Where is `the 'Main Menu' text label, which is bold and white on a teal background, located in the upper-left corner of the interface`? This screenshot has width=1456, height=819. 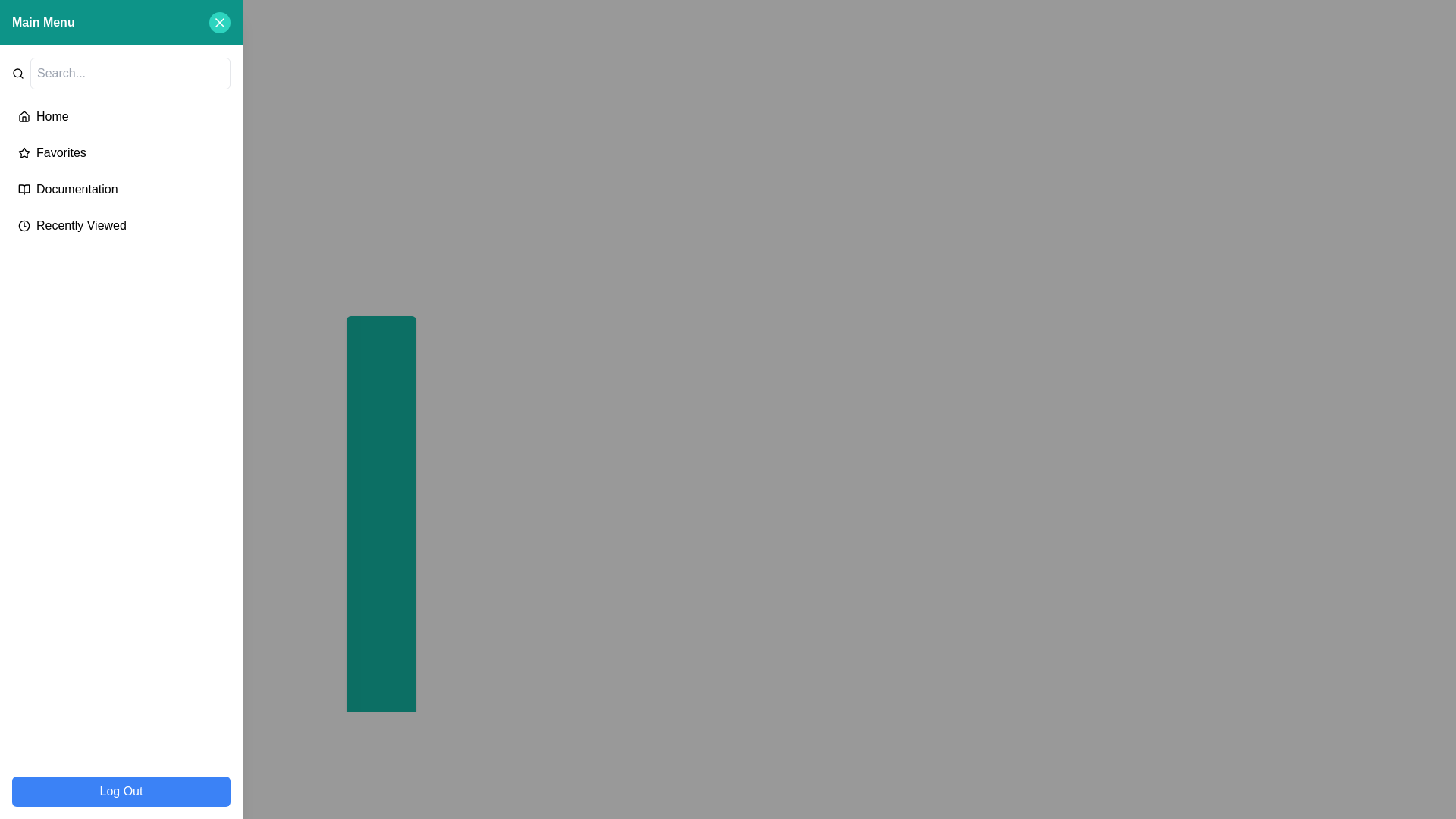
the 'Main Menu' text label, which is bold and white on a teal background, located in the upper-left corner of the interface is located at coordinates (43, 23).